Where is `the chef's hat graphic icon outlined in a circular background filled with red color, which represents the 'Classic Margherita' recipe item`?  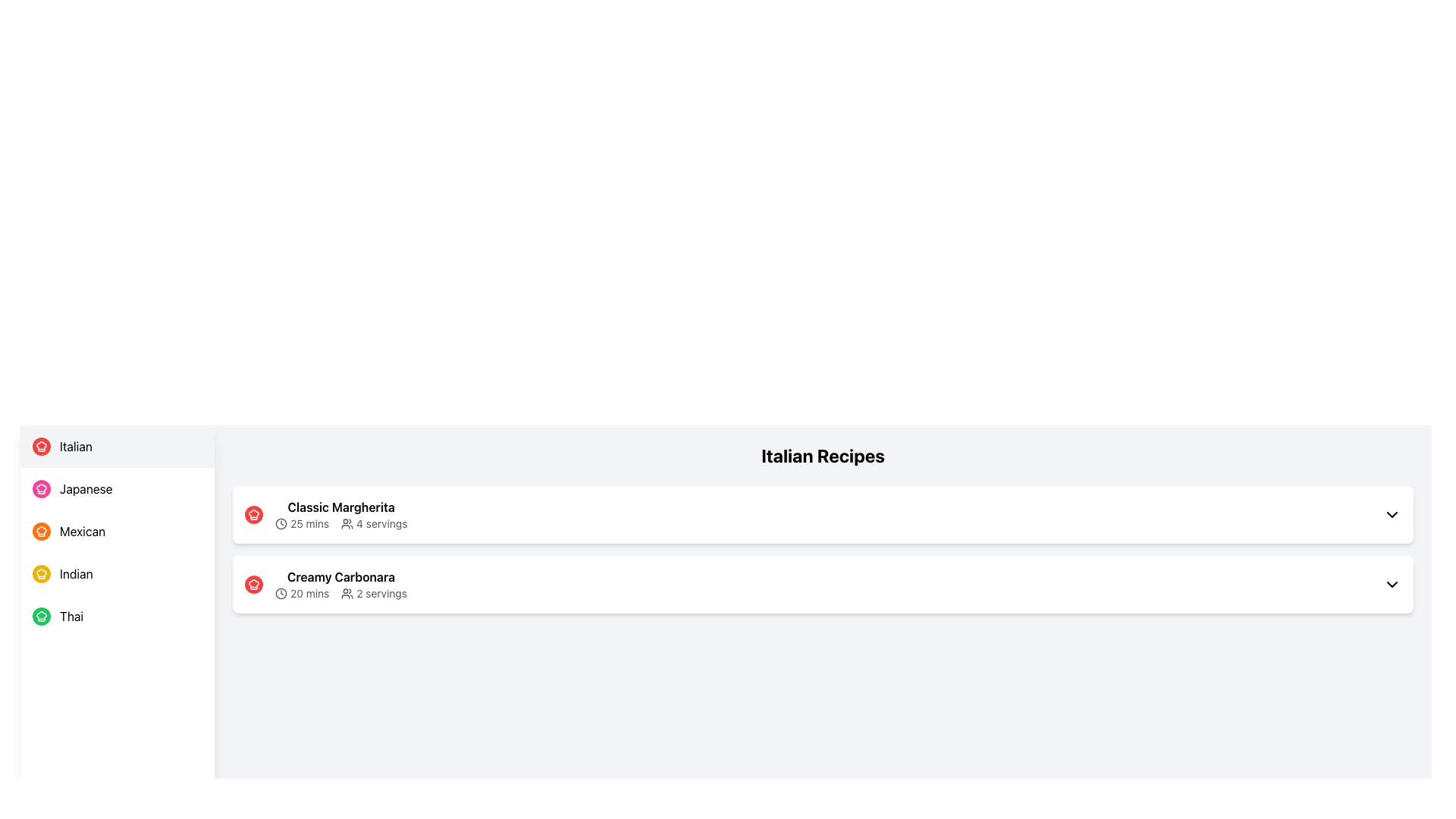 the chef's hat graphic icon outlined in a circular background filled with red color, which represents the 'Classic Margherita' recipe item is located at coordinates (254, 584).